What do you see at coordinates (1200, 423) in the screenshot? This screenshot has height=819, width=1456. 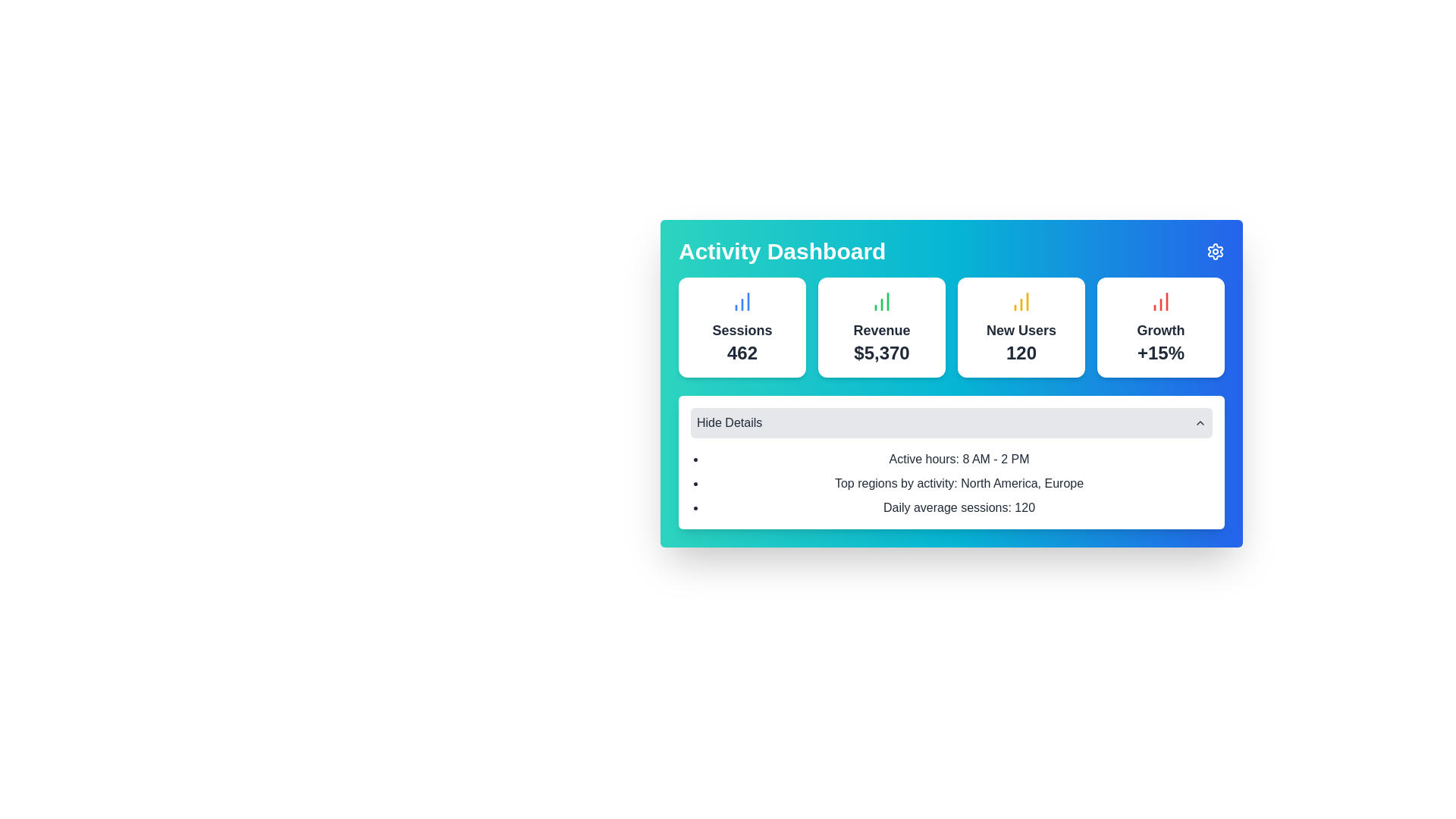 I see `the upward-pointing chevron icon located on the right edge of the 'Hide Details' button` at bounding box center [1200, 423].